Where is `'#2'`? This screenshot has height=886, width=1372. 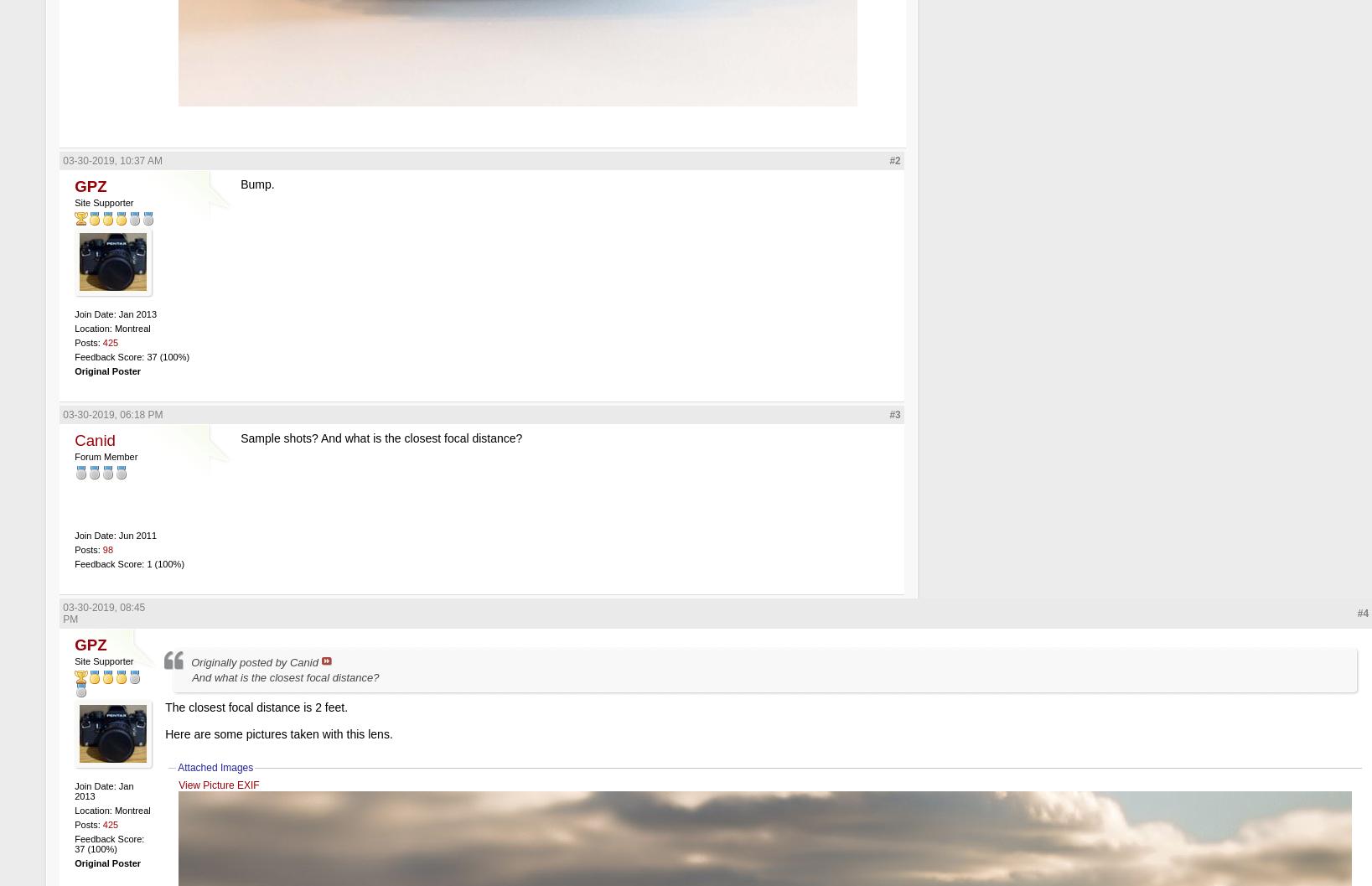
'#2' is located at coordinates (893, 160).